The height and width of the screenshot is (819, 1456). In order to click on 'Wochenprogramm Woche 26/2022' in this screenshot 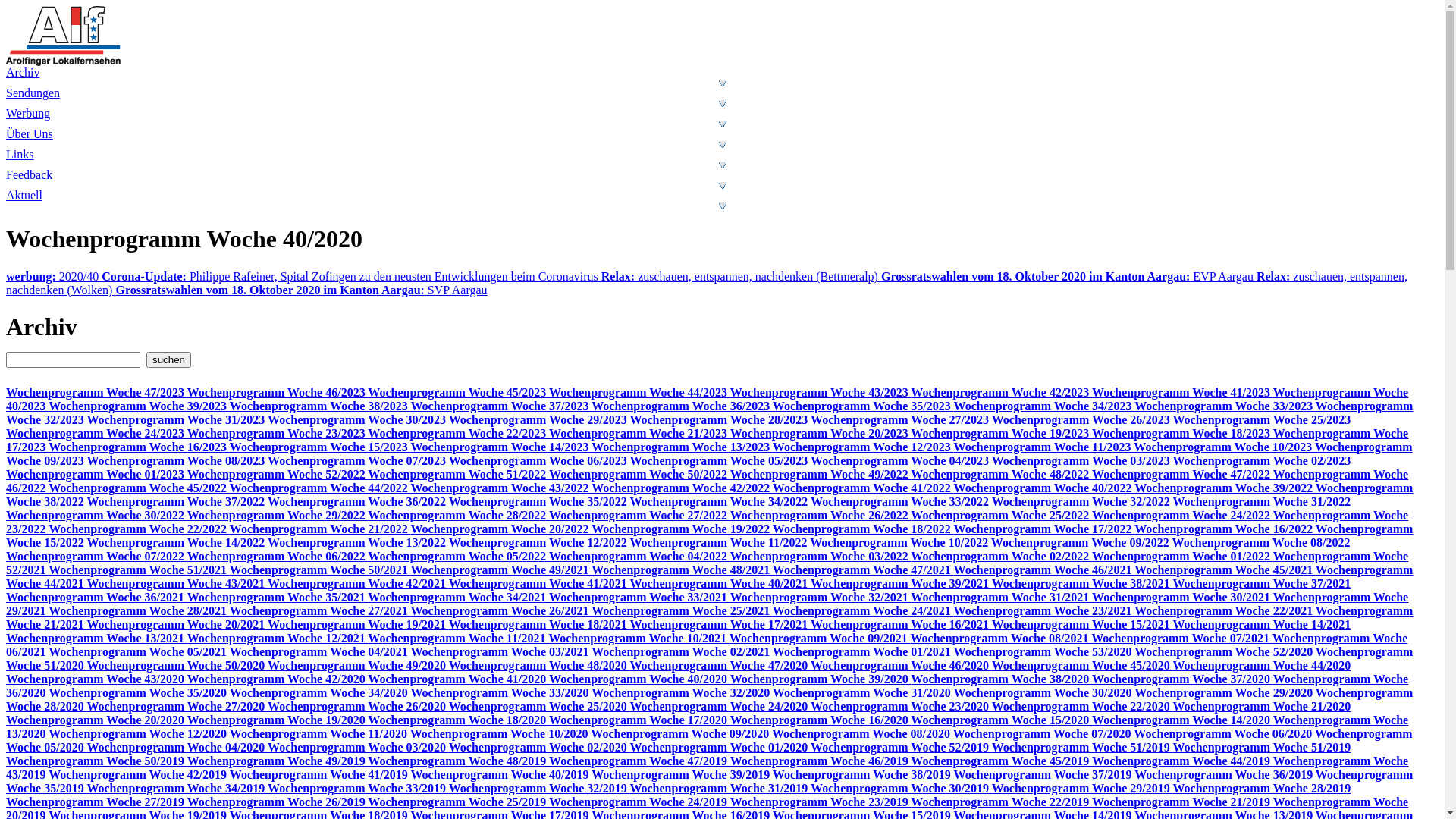, I will do `click(820, 514)`.